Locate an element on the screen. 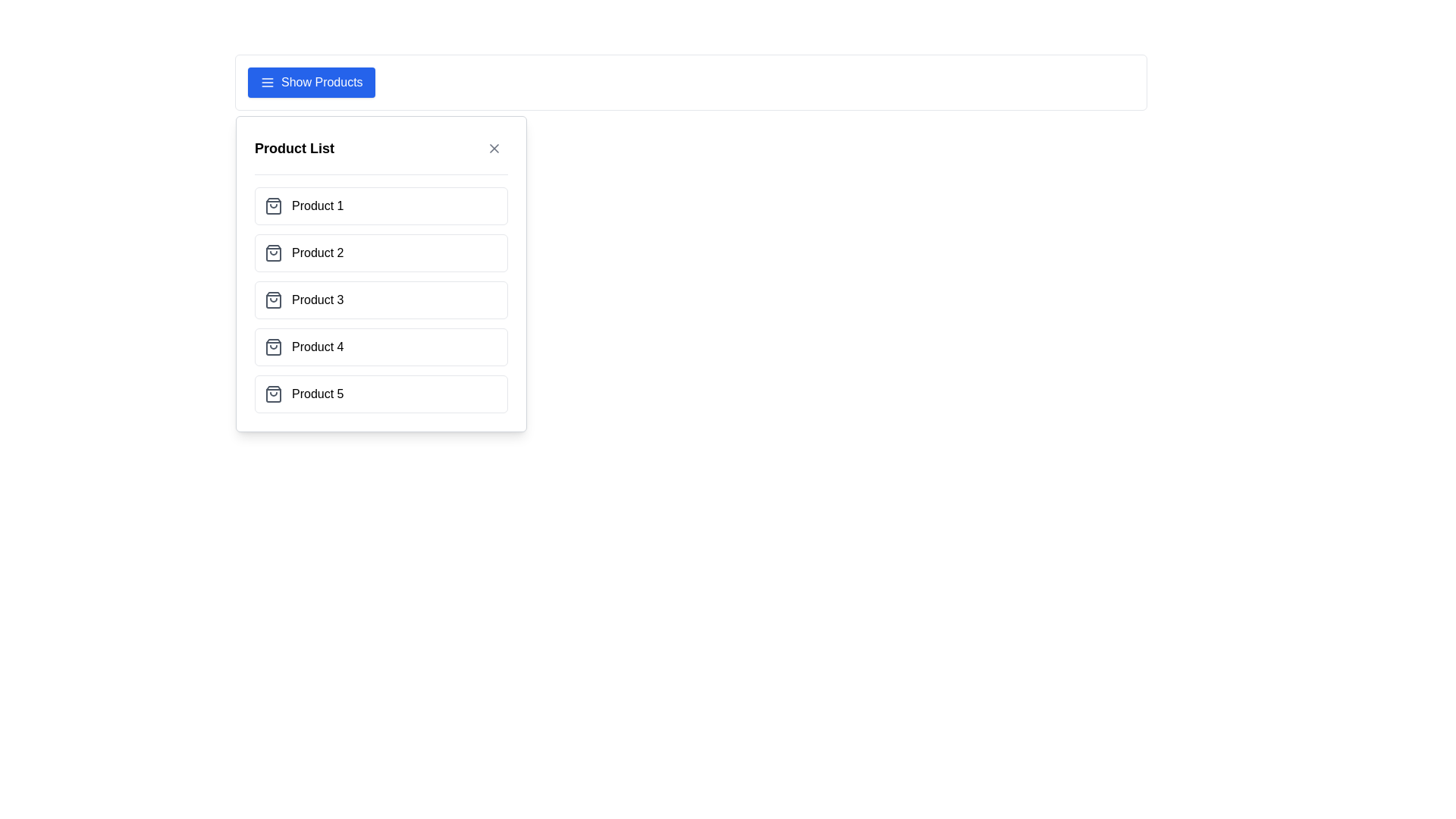  the List Item element displaying 'Product 2' is located at coordinates (381, 253).